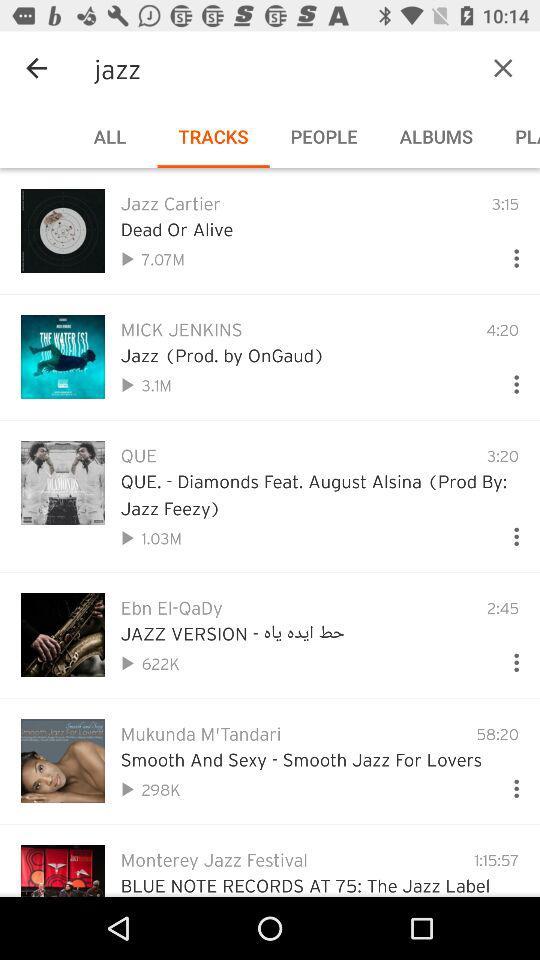 This screenshot has width=540, height=960. I want to click on more options, so click(508, 784).